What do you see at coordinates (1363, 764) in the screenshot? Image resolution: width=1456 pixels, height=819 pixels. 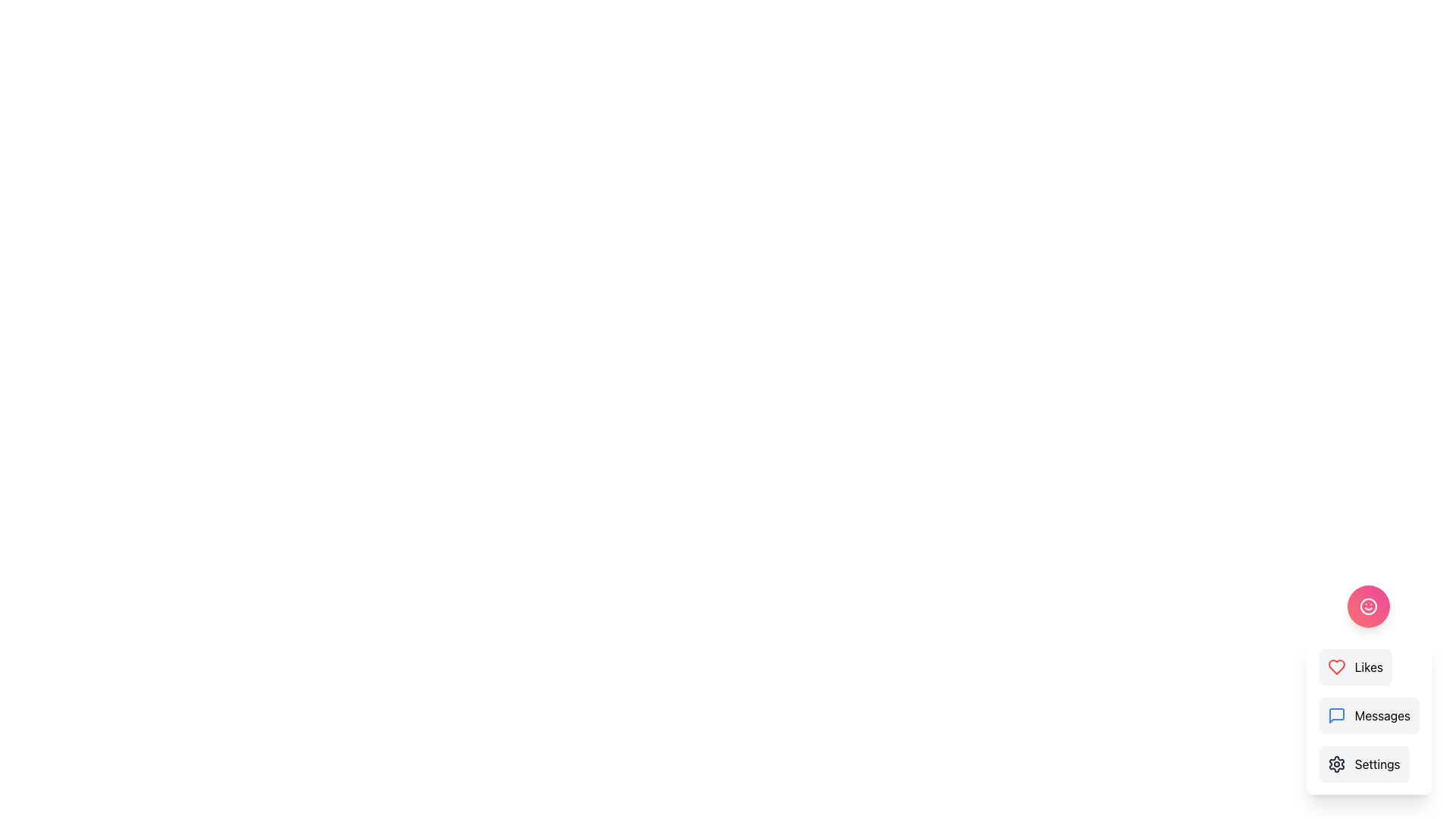 I see `the settings button located below the 'Messages' button in the vertical list` at bounding box center [1363, 764].